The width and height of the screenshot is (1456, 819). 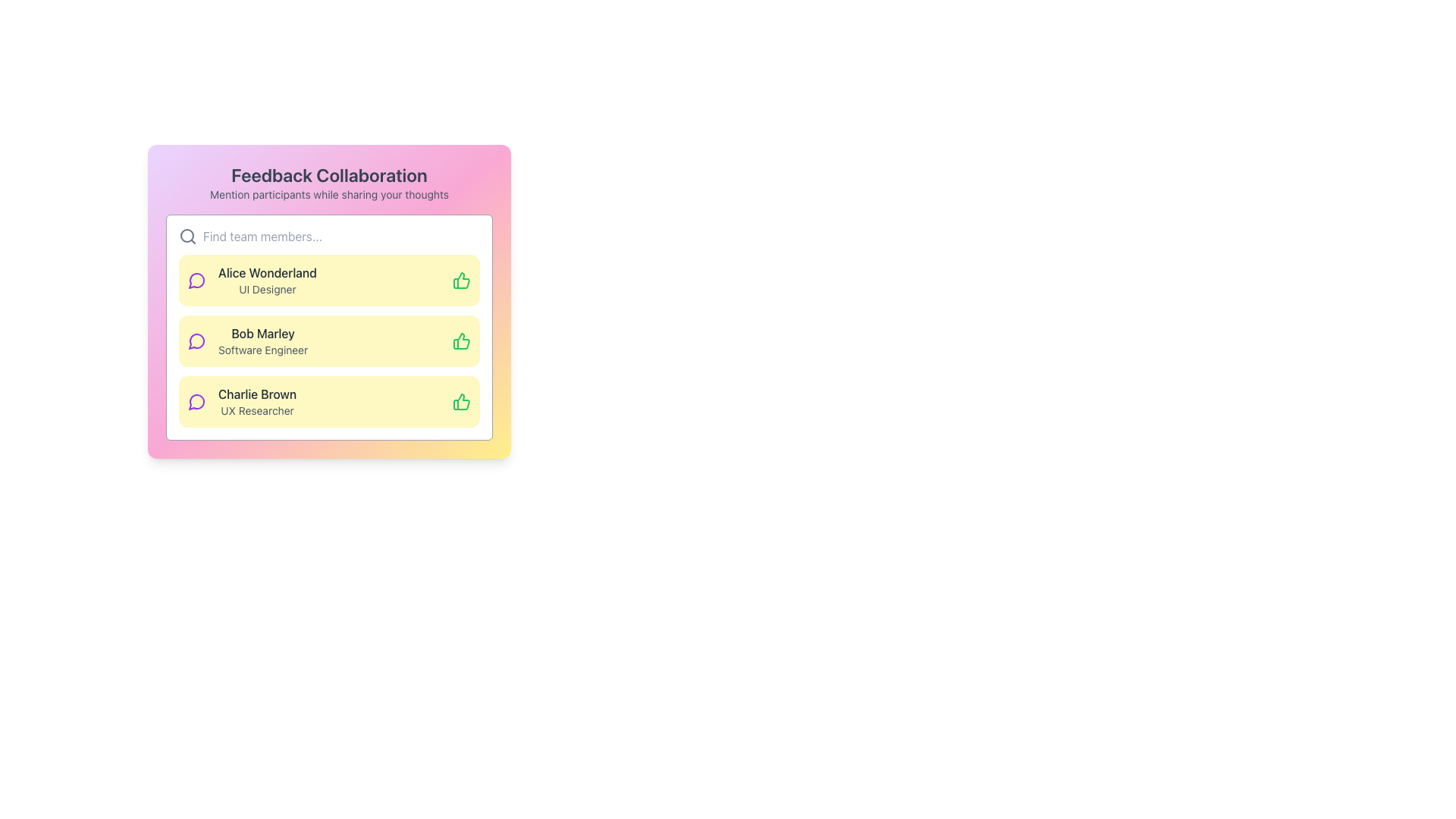 I want to click on the circular outline styled icon resembling a speech bubble, filled with purple color, located next to the text 'Alice Wonderland, UI Designer', so click(x=196, y=281).